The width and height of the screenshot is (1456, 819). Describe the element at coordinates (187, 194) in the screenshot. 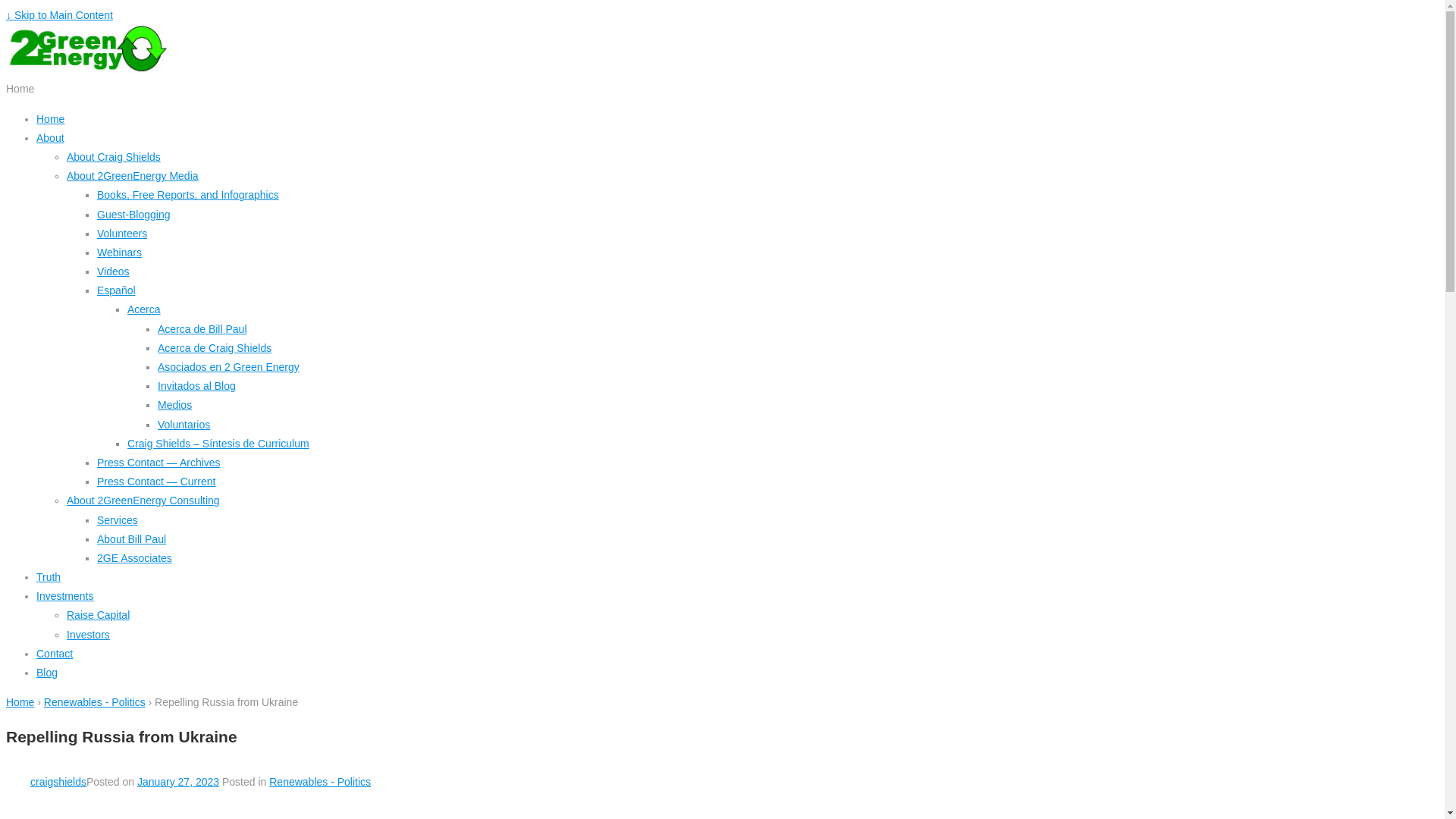

I see `'Books, Free Reports, and Infographics'` at that location.